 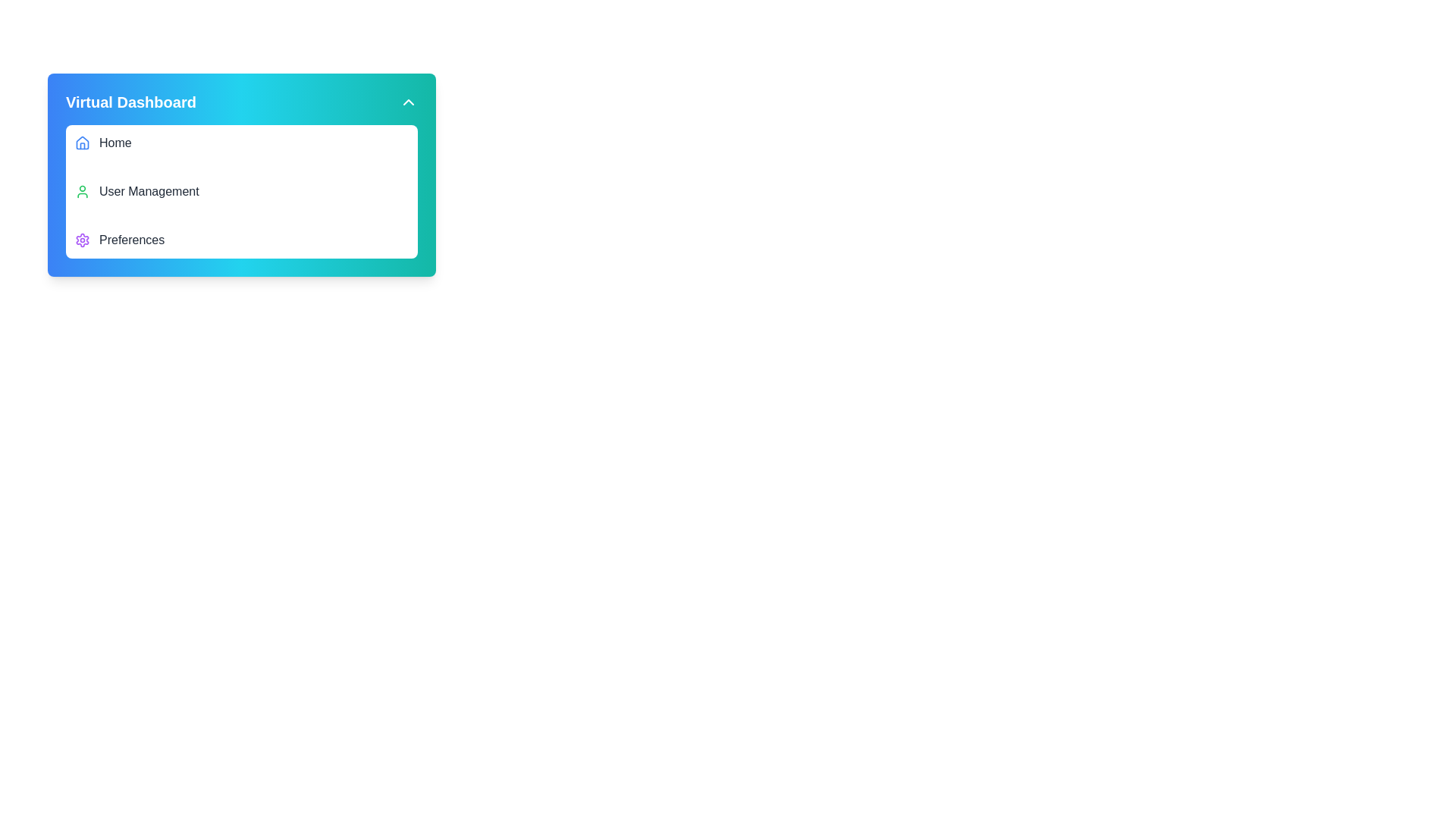 I want to click on text label 'Home' that is styled in gray and located next to a house icon within the menu of the 'Virtual Dashboard' card, so click(x=115, y=143).